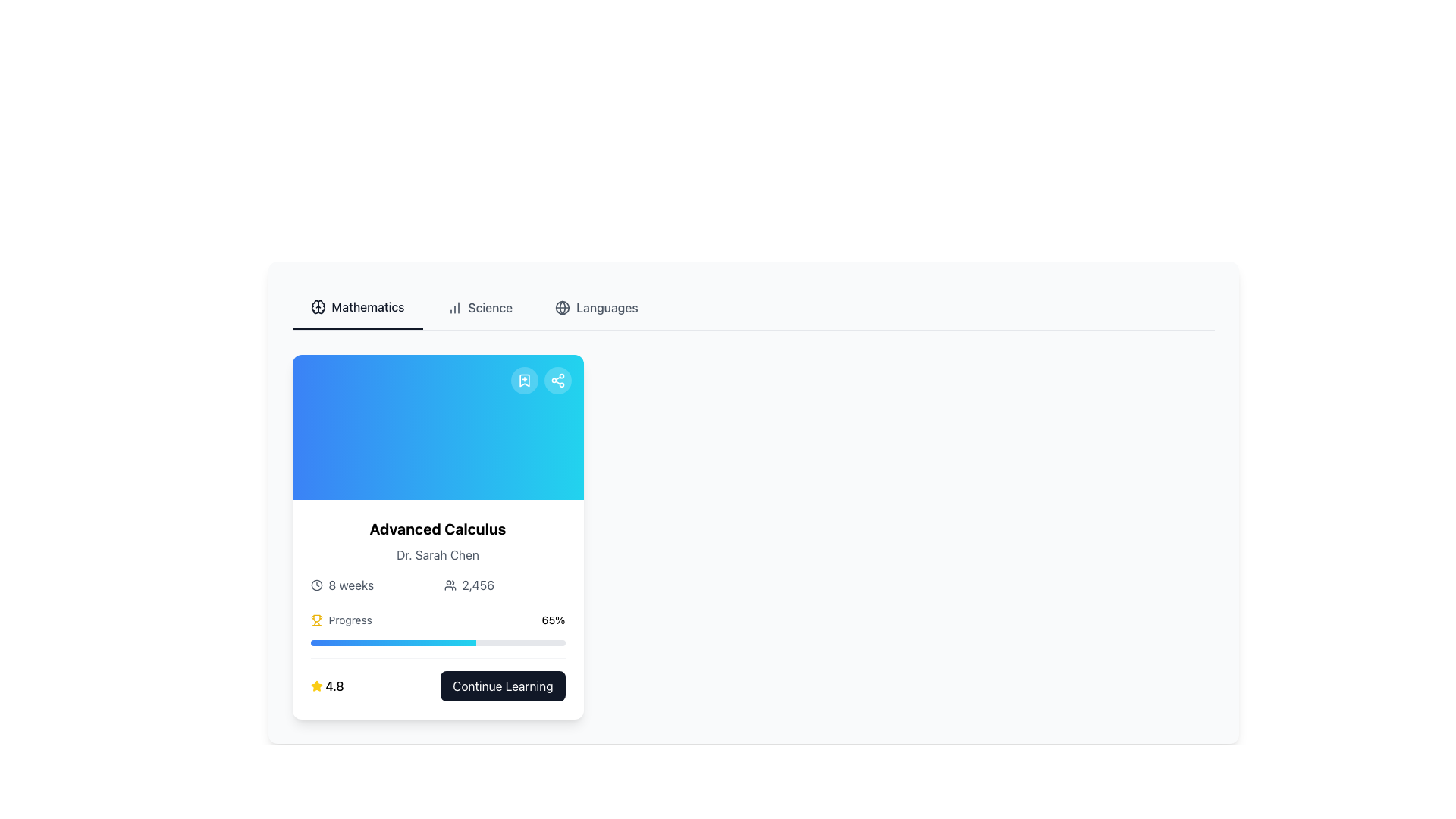 Image resolution: width=1456 pixels, height=819 pixels. I want to click on the Text label indicating the progress status for the course, which is positioned near the top-left of the 'Progress65%' segment, so click(340, 620).